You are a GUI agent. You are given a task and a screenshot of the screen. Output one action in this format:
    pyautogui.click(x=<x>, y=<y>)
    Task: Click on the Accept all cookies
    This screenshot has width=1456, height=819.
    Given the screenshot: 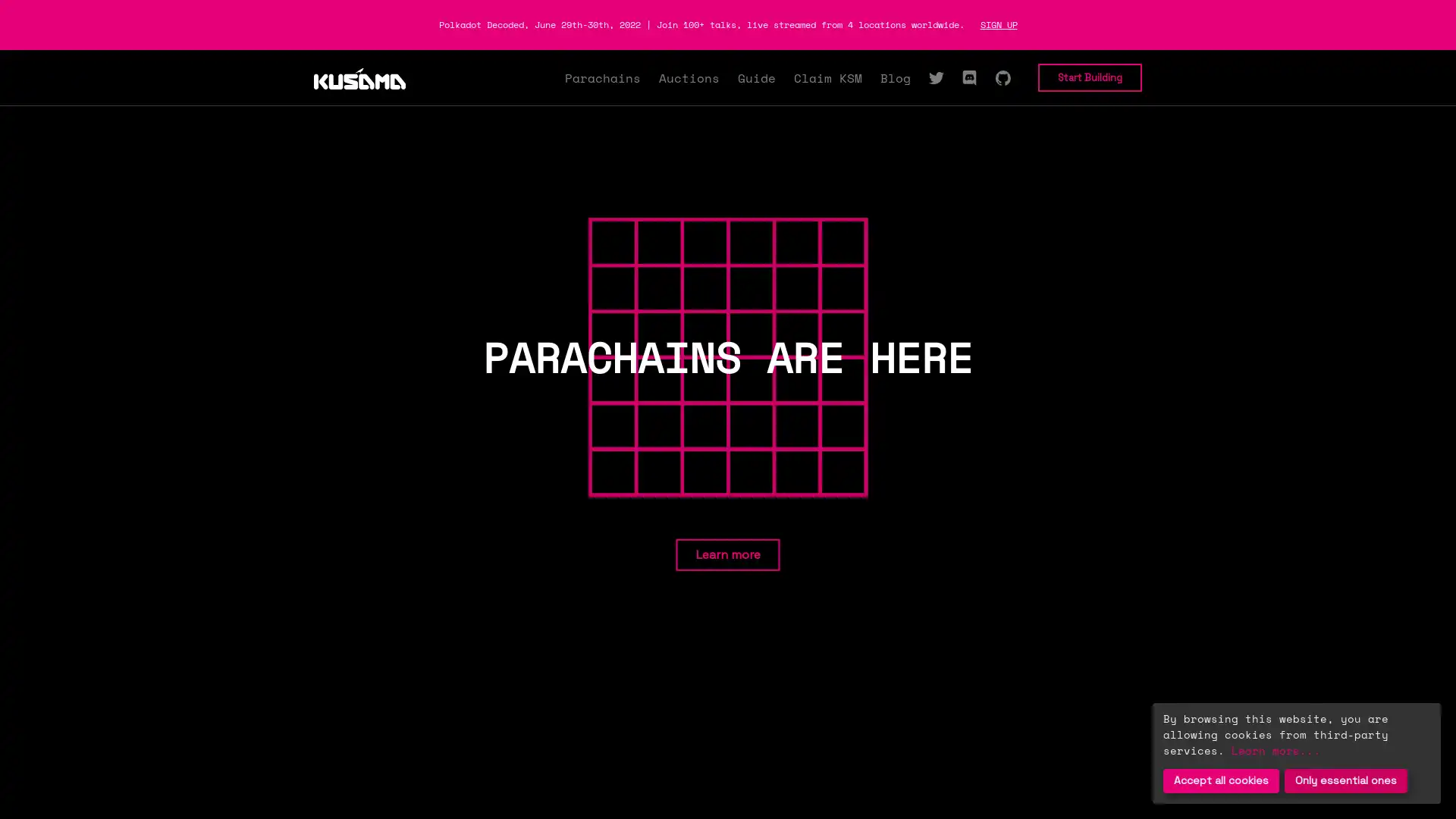 What is the action you would take?
    pyautogui.click(x=1221, y=780)
    